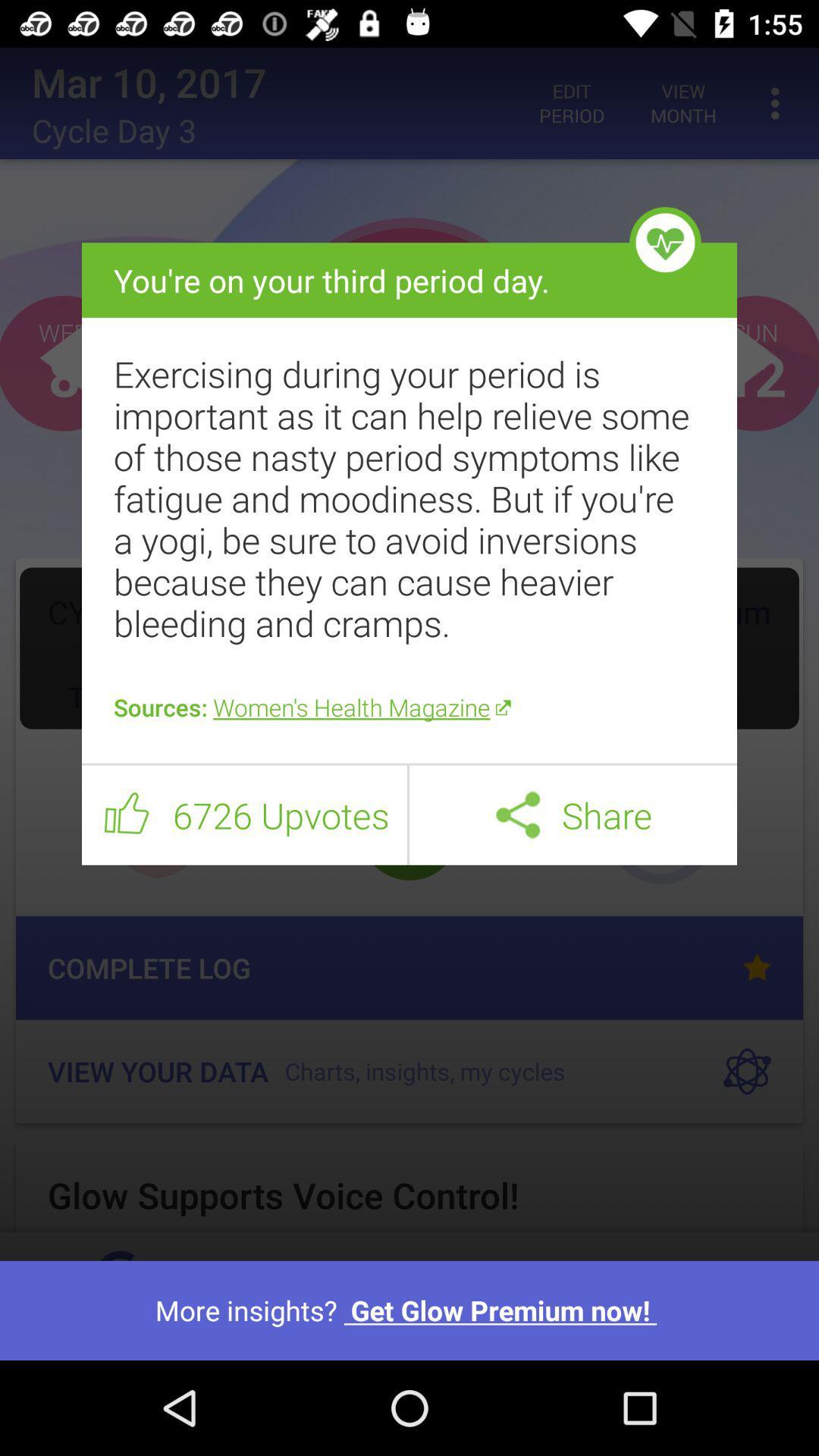 Image resolution: width=819 pixels, height=1456 pixels. What do you see at coordinates (281, 814) in the screenshot?
I see `the 6726 upvotes icon` at bounding box center [281, 814].